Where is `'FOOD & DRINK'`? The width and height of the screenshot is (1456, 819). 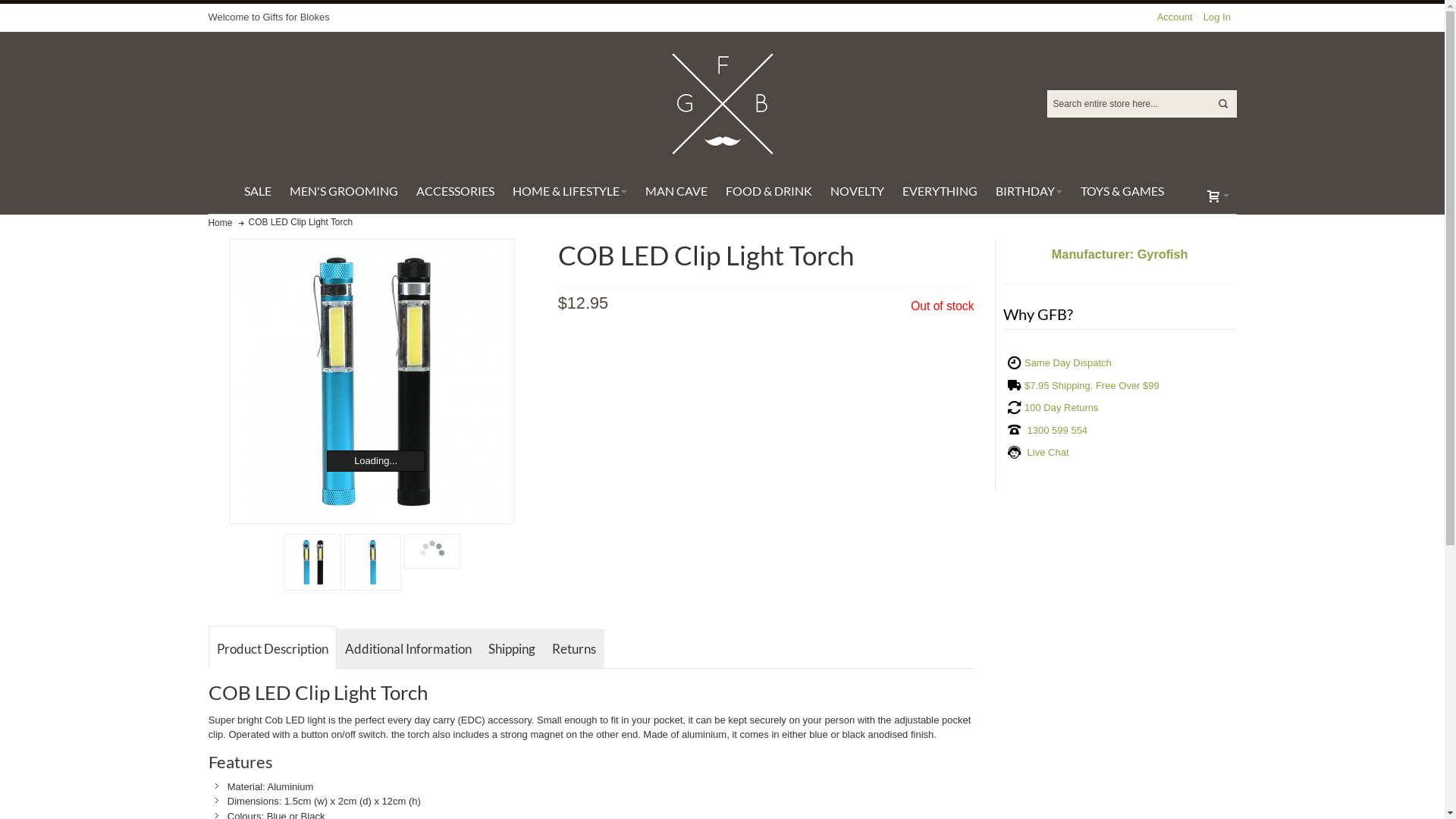 'FOOD & DRINK' is located at coordinates (715, 190).